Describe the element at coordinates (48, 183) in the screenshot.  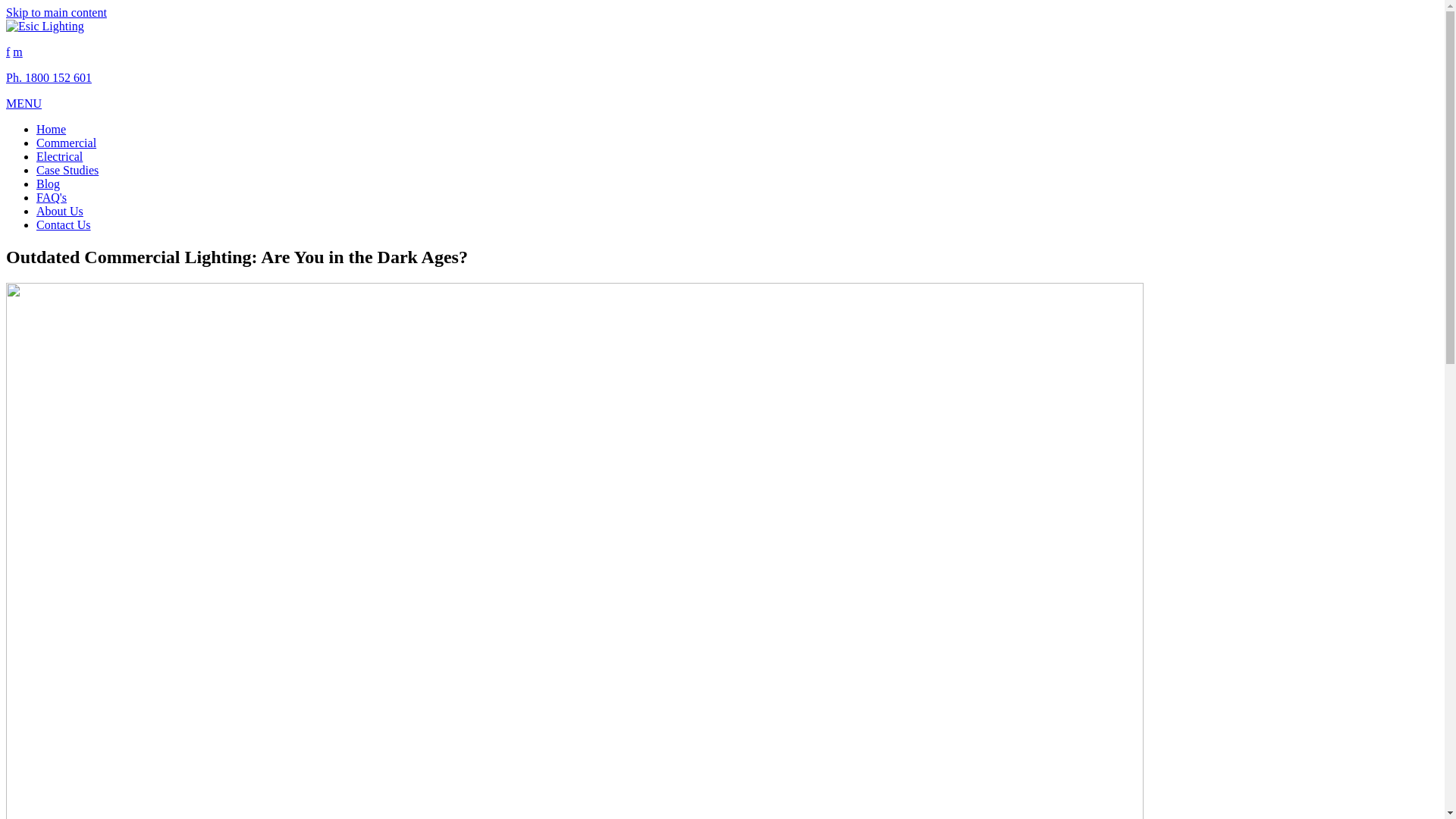
I see `'Blog'` at that location.